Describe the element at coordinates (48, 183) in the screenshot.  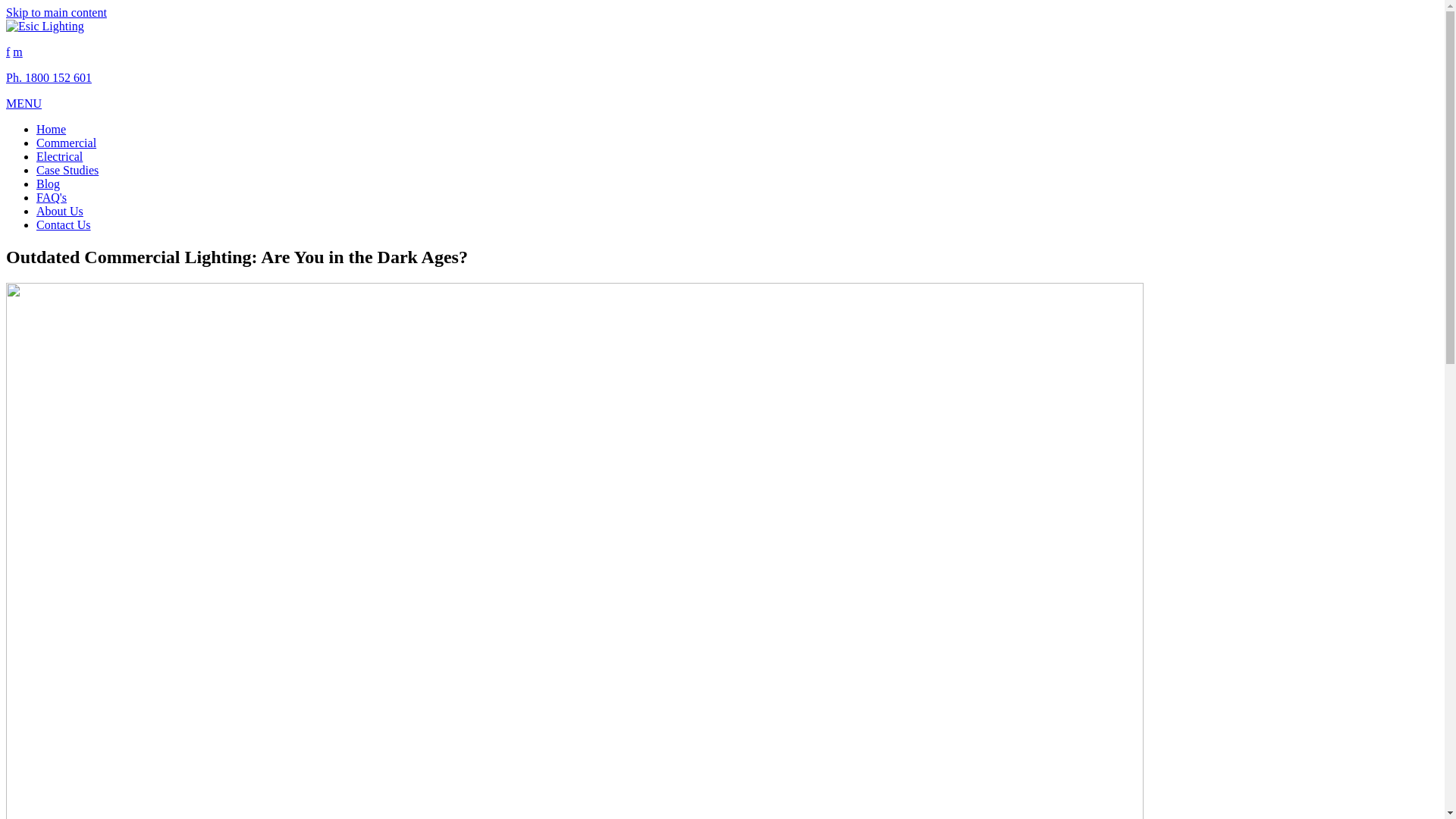
I see `'Blog'` at that location.